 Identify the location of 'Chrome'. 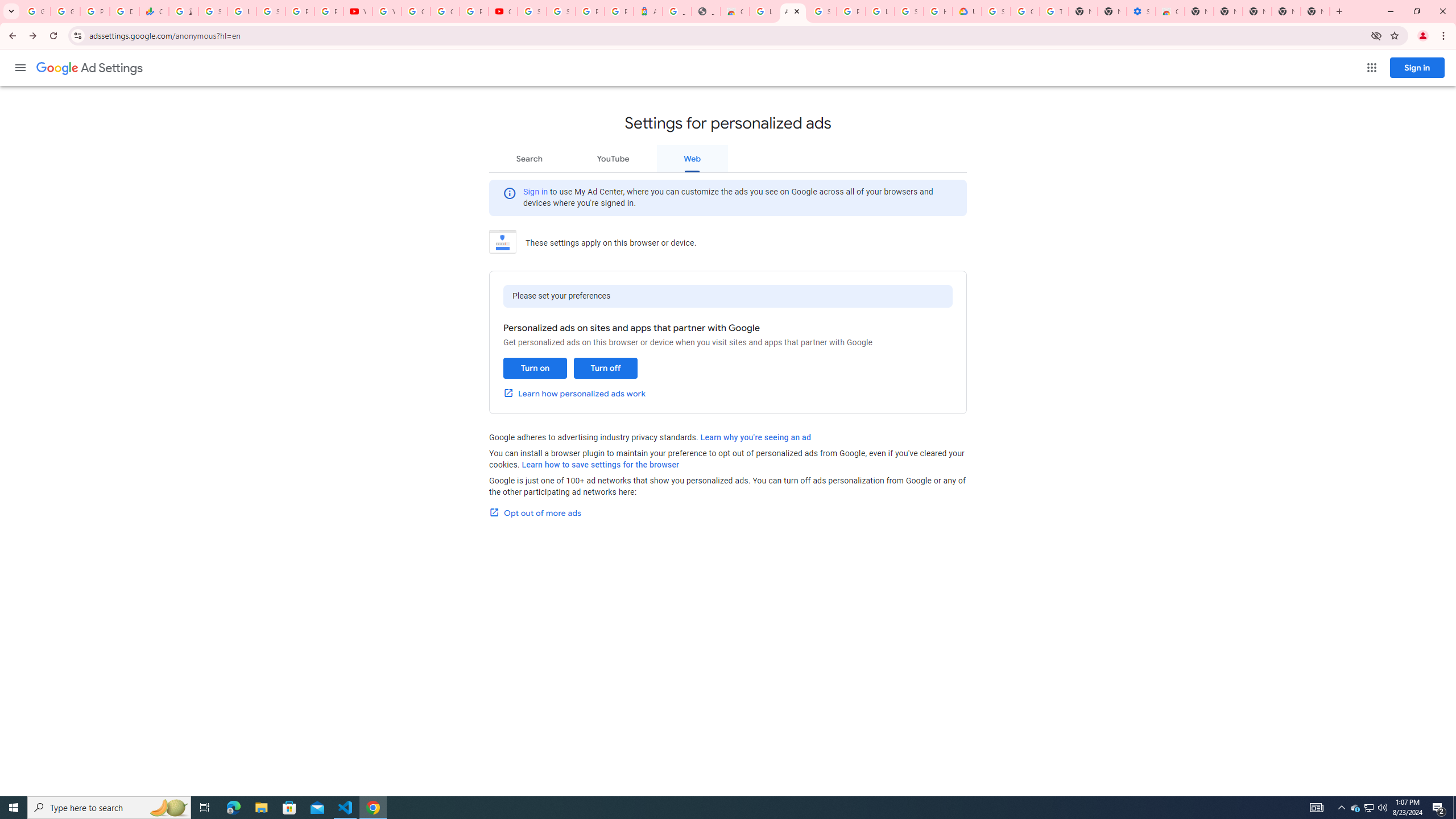
(1444, 35).